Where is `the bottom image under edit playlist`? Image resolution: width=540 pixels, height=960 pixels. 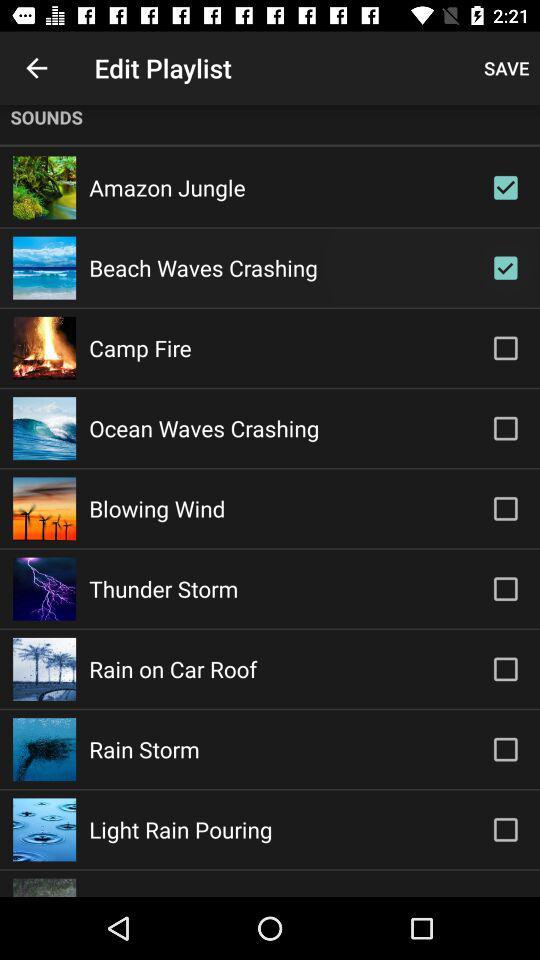
the bottom image under edit playlist is located at coordinates (44, 887).